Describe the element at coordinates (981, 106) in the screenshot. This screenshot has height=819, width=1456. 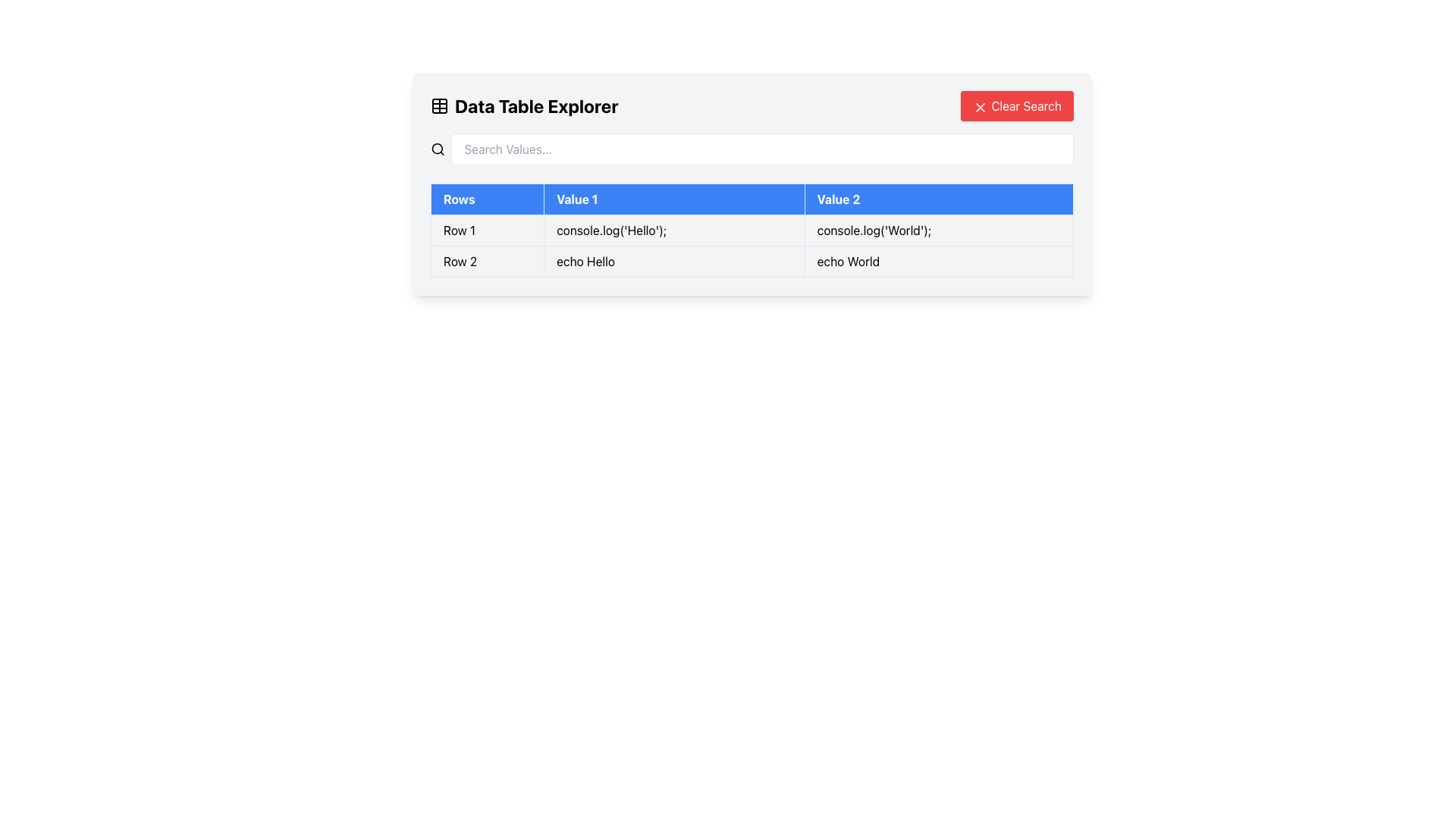
I see `the Close Icon located at the top-right corner of the interface, adjacent to the search bar labeled 'Search Values'` at that location.